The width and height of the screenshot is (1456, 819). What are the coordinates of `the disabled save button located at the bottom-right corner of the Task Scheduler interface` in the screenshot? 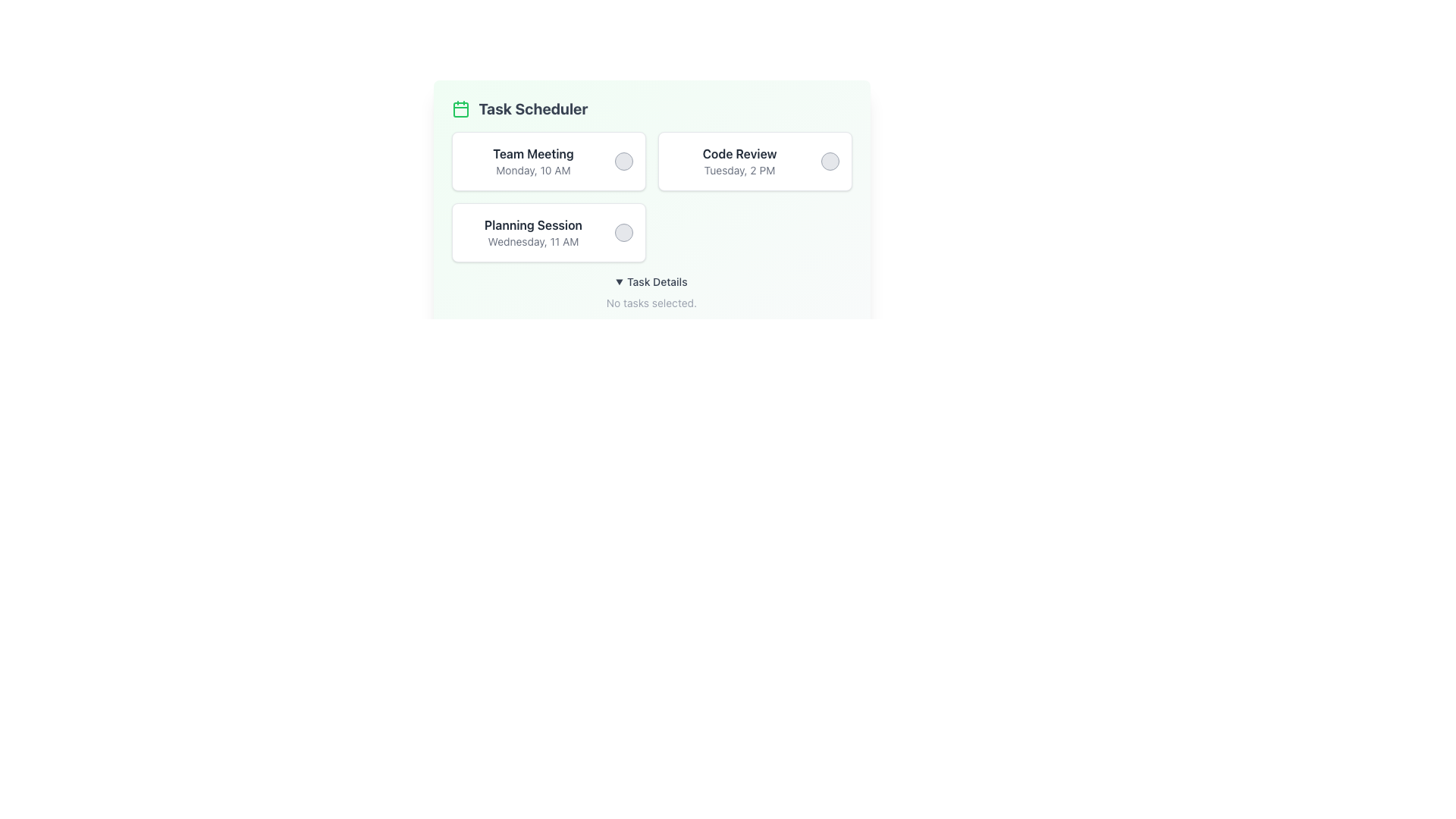 It's located at (800, 337).